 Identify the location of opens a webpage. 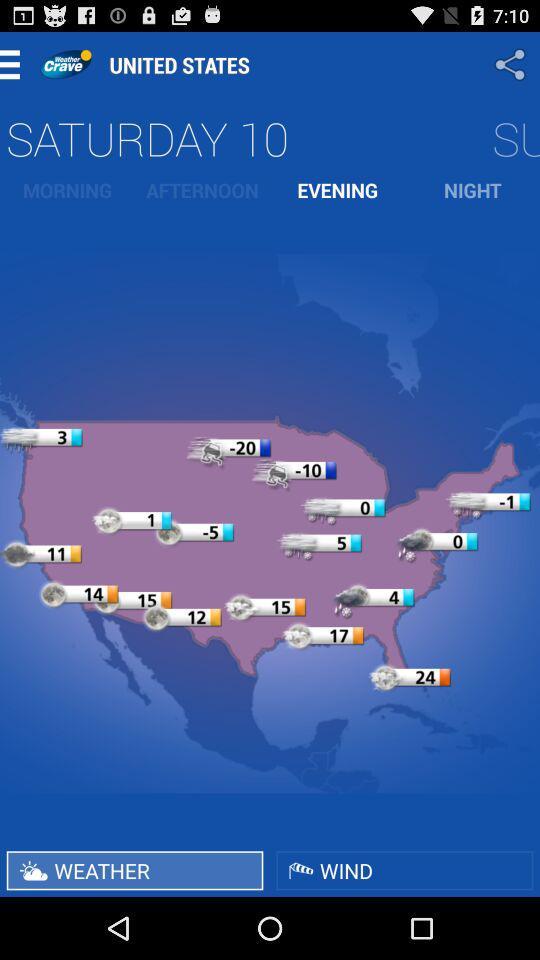
(65, 64).